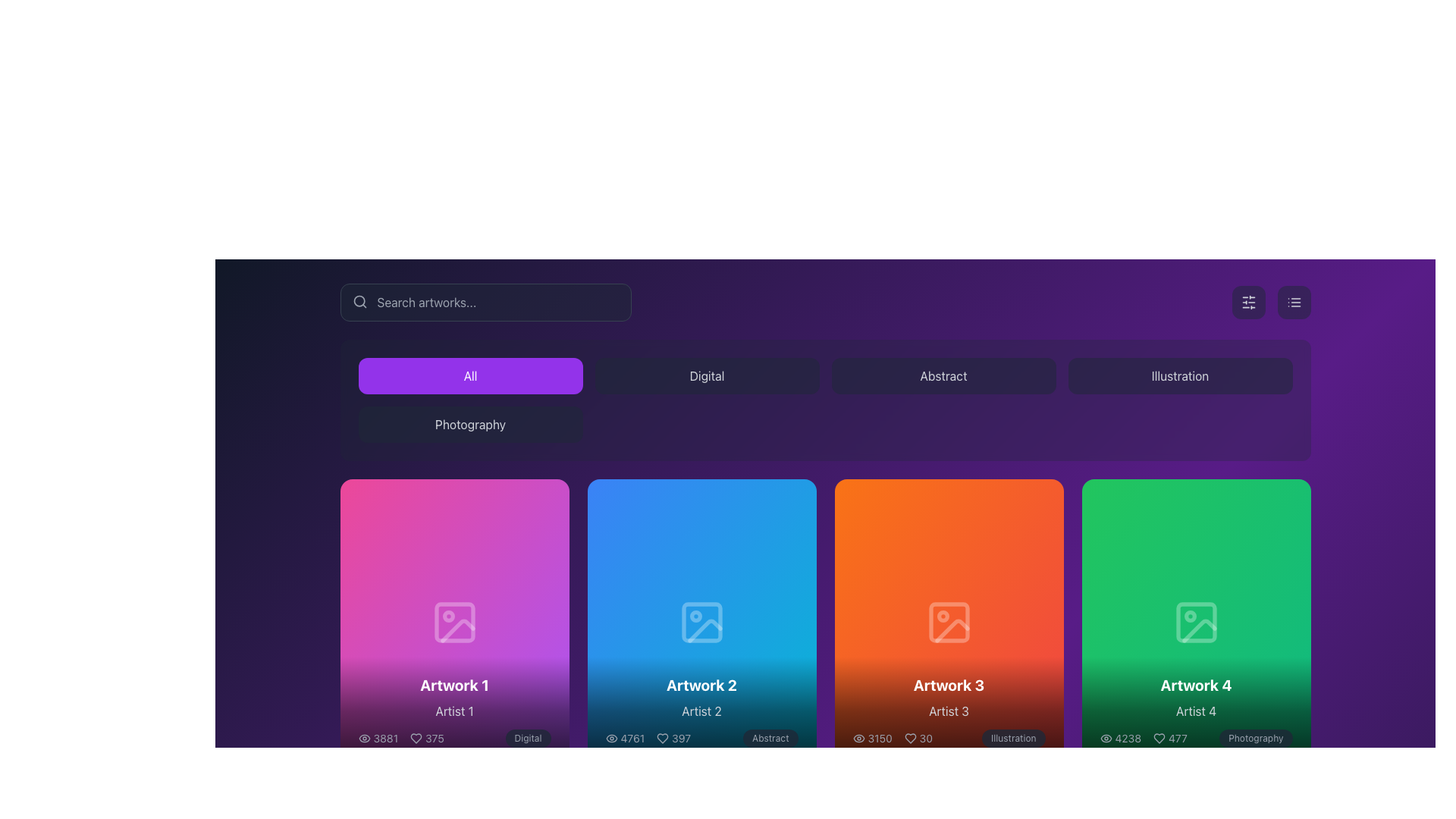 The image size is (1456, 819). Describe the element at coordinates (1159, 737) in the screenshot. I see `the heart icon located at the center of the heart symbol in the fourth artwork card titled 'Artwork 4' by 'Artist 4' to like or favorite the associated item` at that location.